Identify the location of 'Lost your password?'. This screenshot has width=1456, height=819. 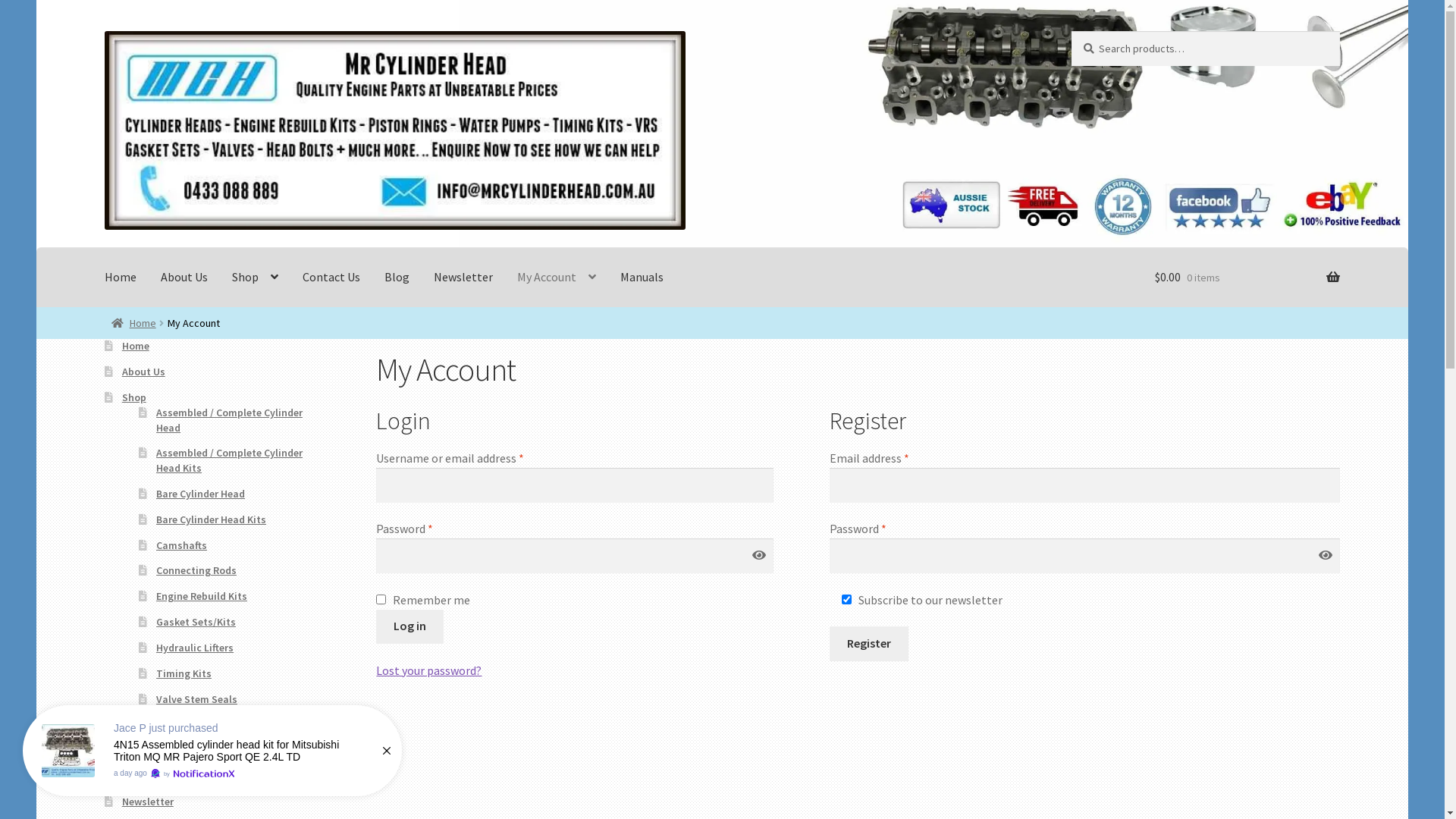
(428, 669).